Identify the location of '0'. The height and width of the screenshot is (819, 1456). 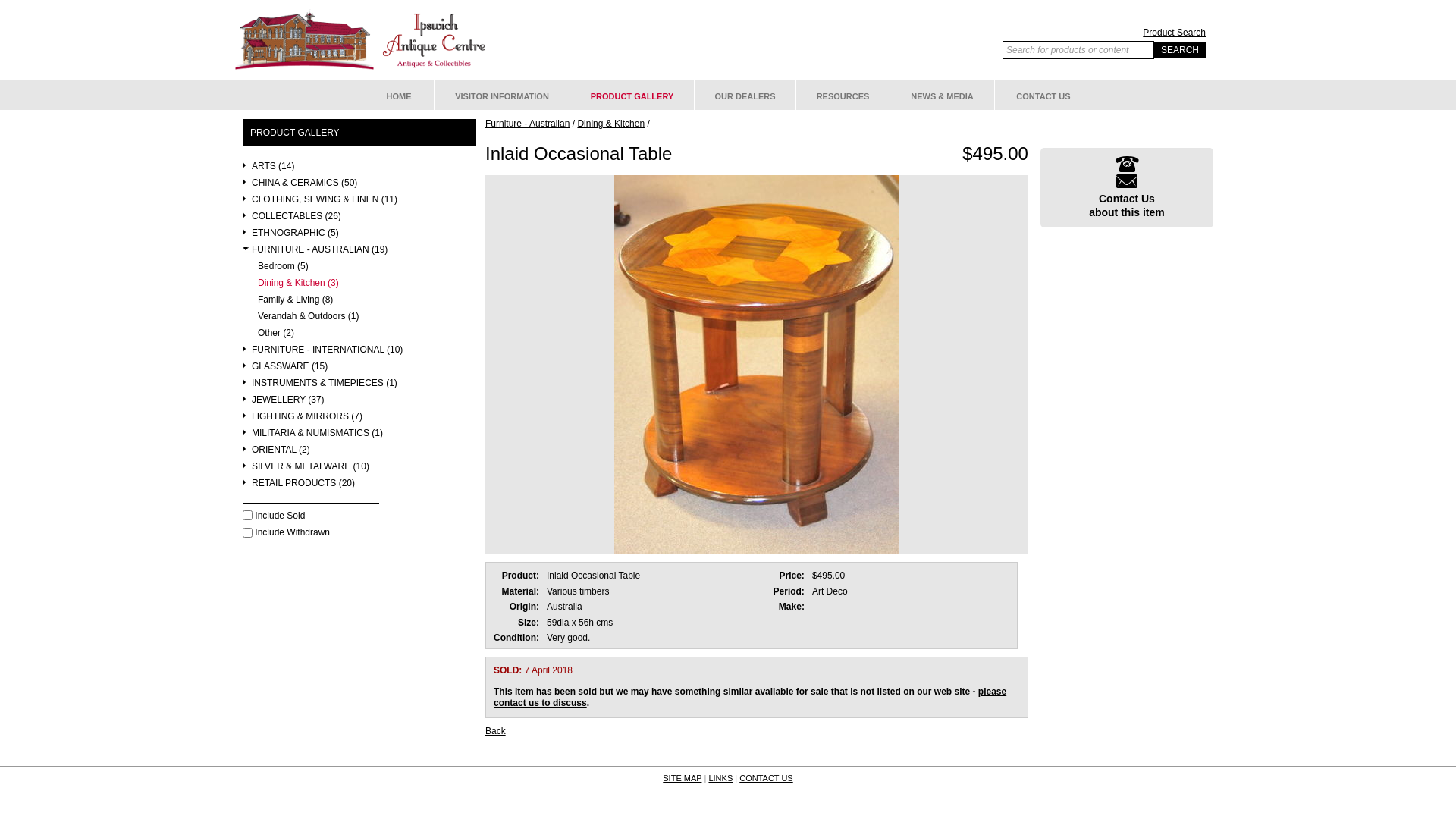
(247, 514).